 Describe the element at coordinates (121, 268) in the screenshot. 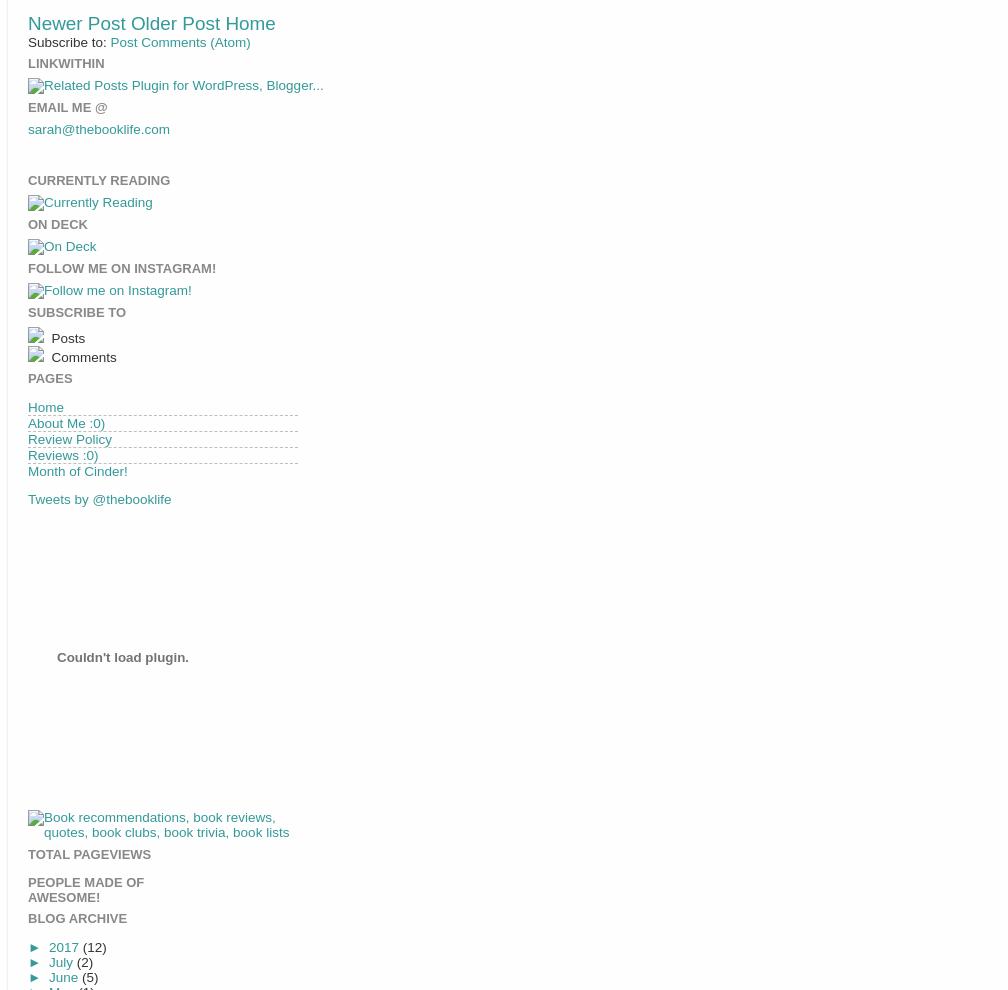

I see `'Follow me on Instagram!'` at that location.